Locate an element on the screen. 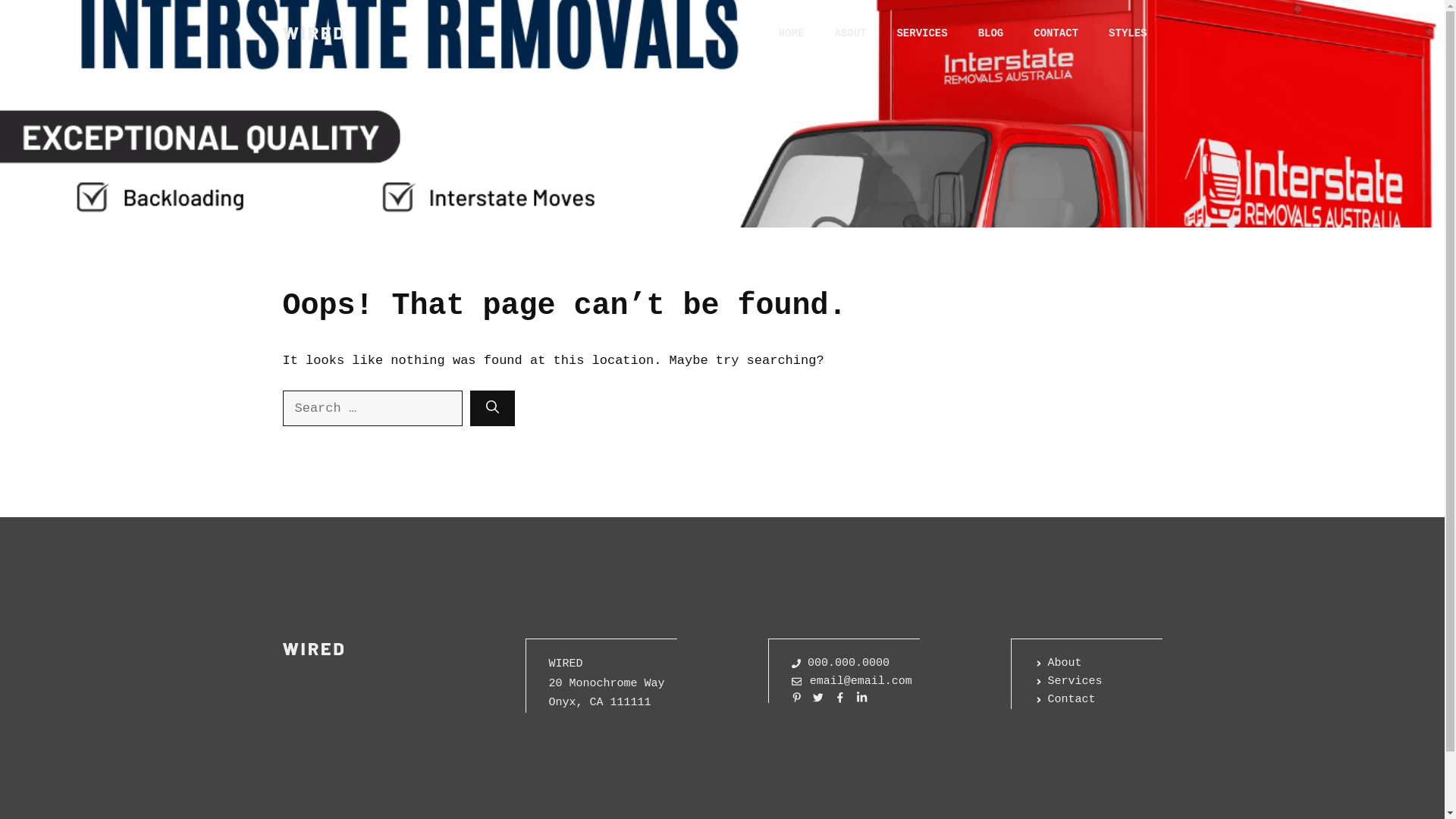  'Search for:' is located at coordinates (282, 408).